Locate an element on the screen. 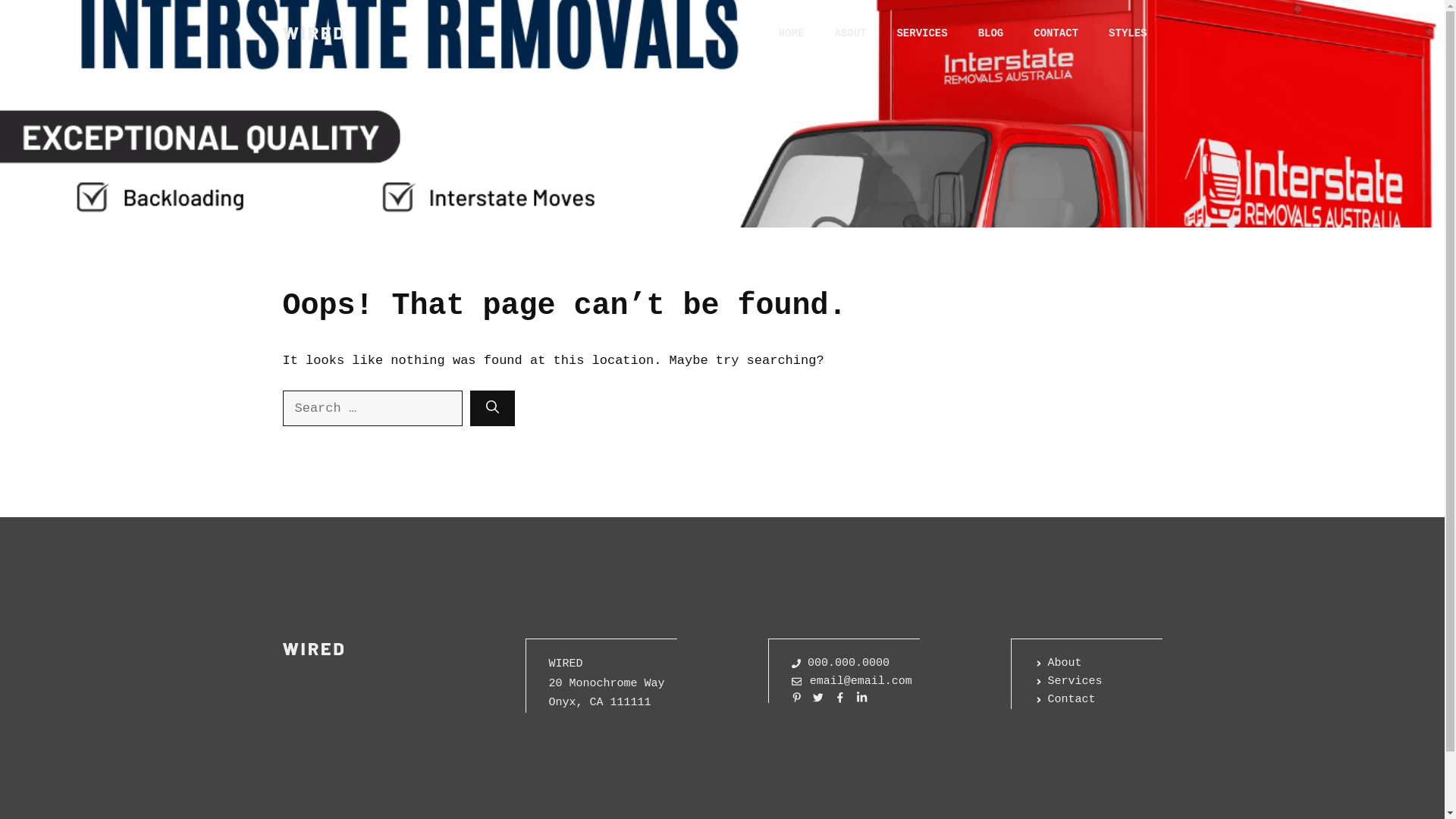  'Search for:' is located at coordinates (282, 408).